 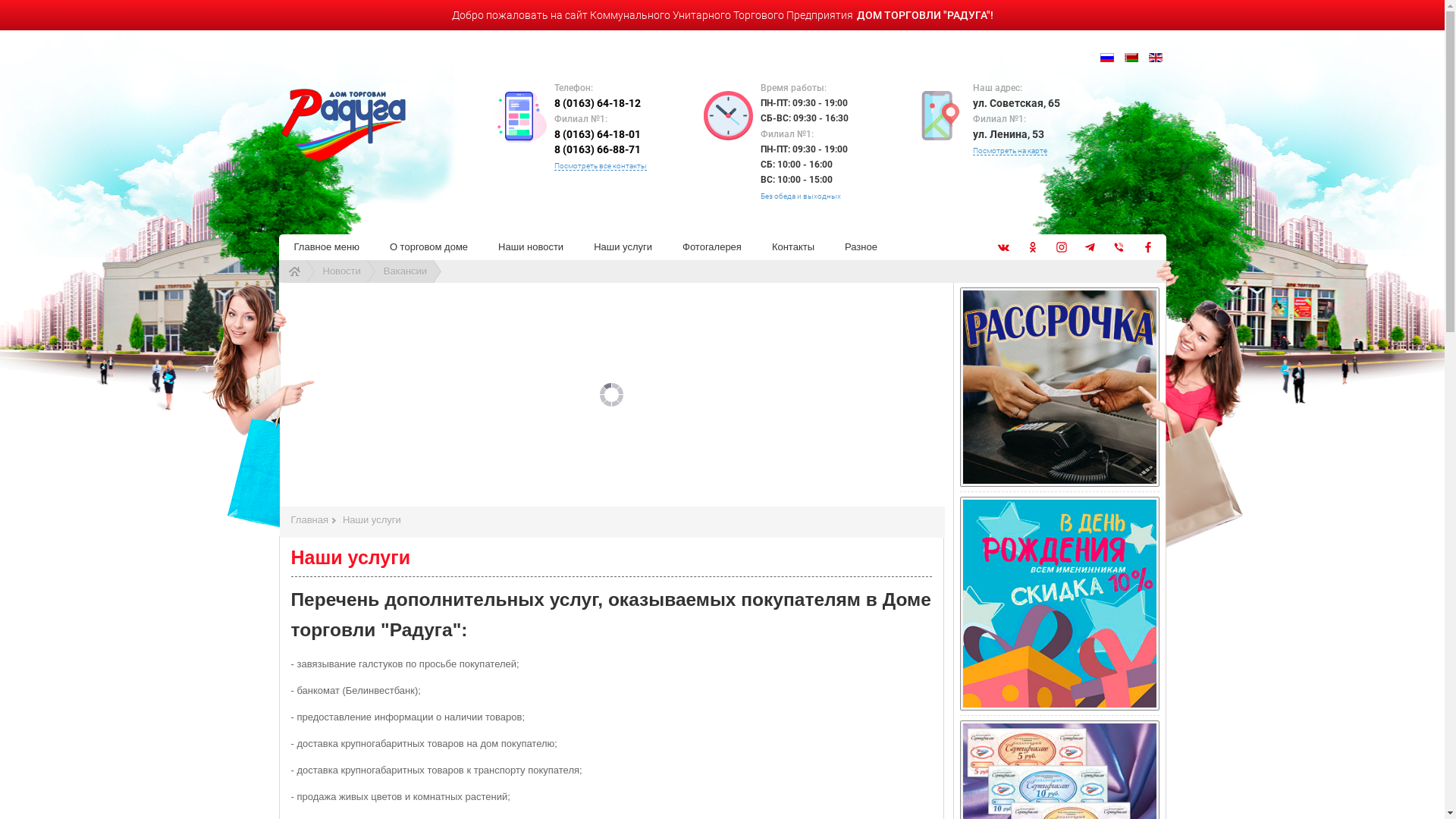 What do you see at coordinates (596, 133) in the screenshot?
I see `'8 (0163) 64-18-01'` at bounding box center [596, 133].